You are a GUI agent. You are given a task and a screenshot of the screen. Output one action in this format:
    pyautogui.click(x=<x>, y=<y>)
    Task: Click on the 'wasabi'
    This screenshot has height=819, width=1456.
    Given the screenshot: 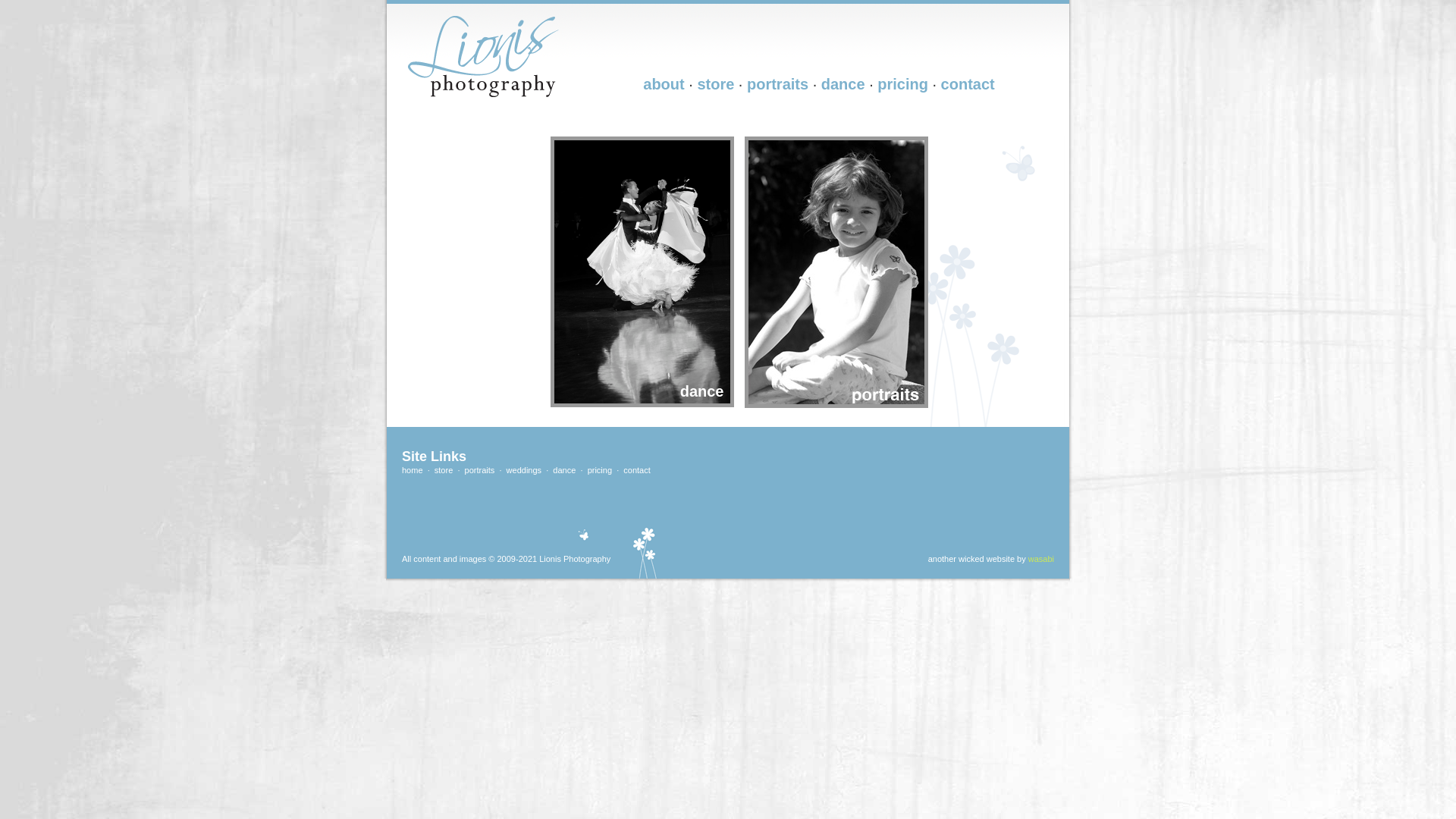 What is the action you would take?
    pyautogui.click(x=1040, y=558)
    